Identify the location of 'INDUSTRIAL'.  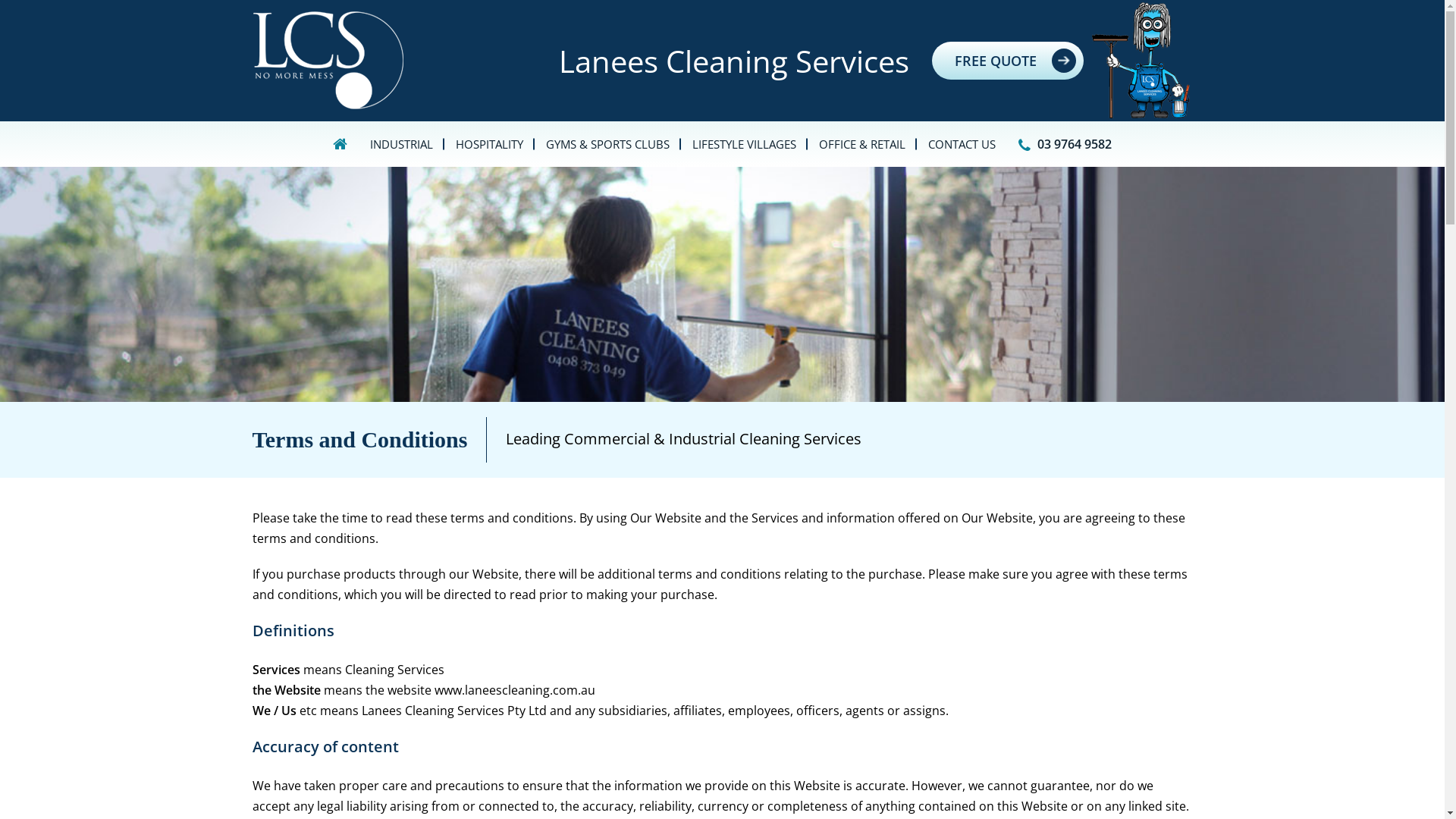
(370, 143).